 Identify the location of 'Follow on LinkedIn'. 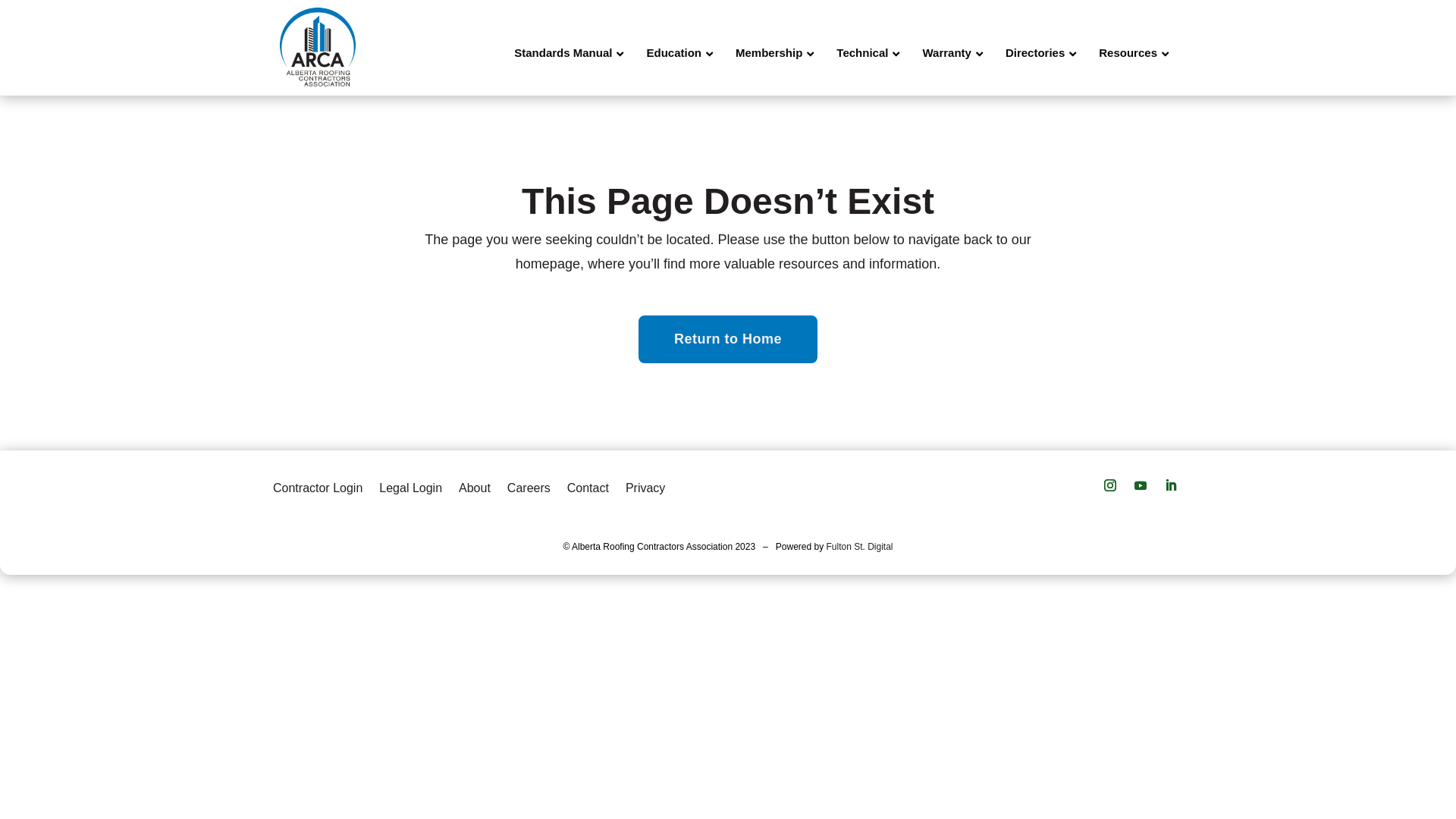
(1170, 485).